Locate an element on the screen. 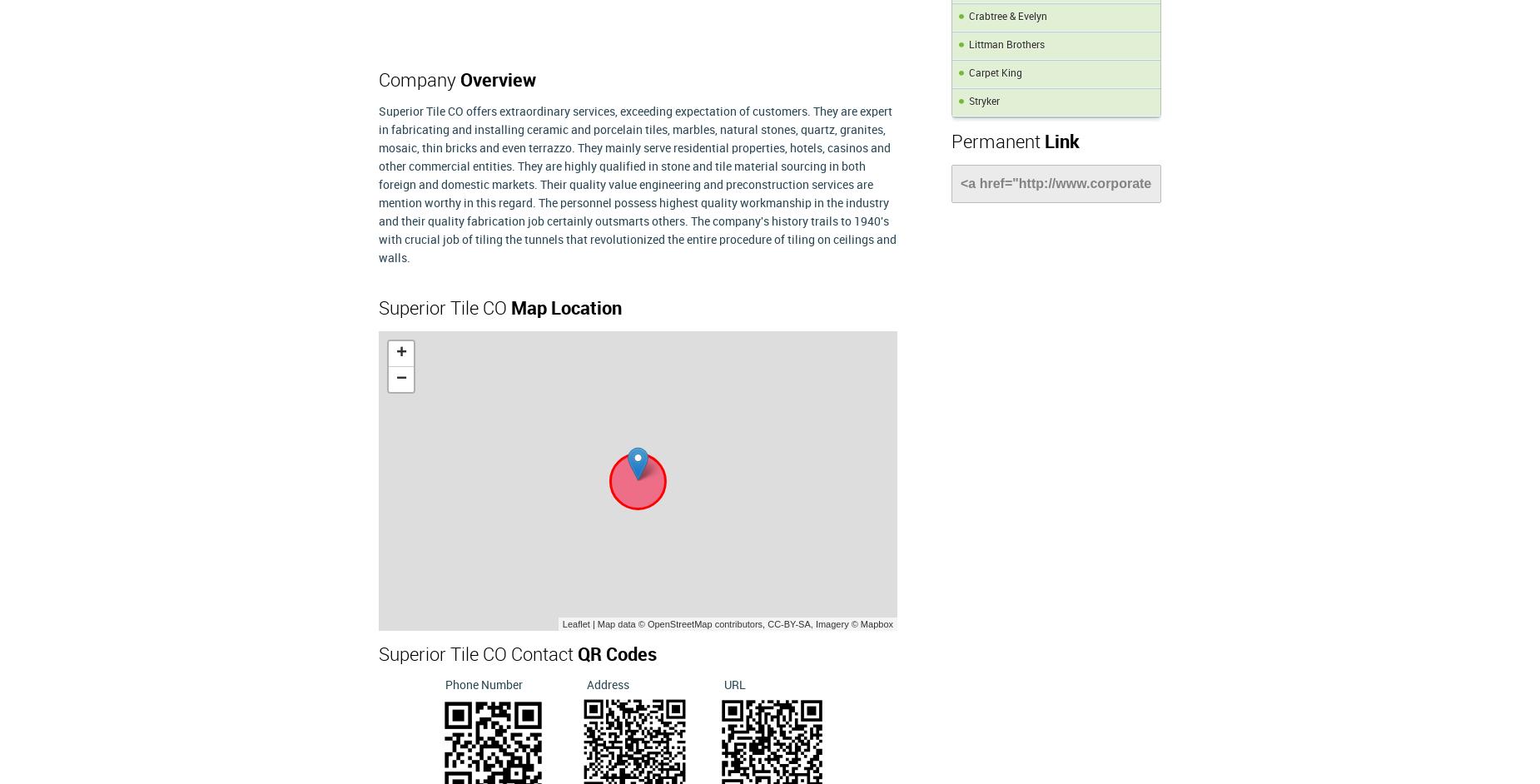 This screenshot has height=784, width=1540. 'QR Codes' is located at coordinates (577, 655).